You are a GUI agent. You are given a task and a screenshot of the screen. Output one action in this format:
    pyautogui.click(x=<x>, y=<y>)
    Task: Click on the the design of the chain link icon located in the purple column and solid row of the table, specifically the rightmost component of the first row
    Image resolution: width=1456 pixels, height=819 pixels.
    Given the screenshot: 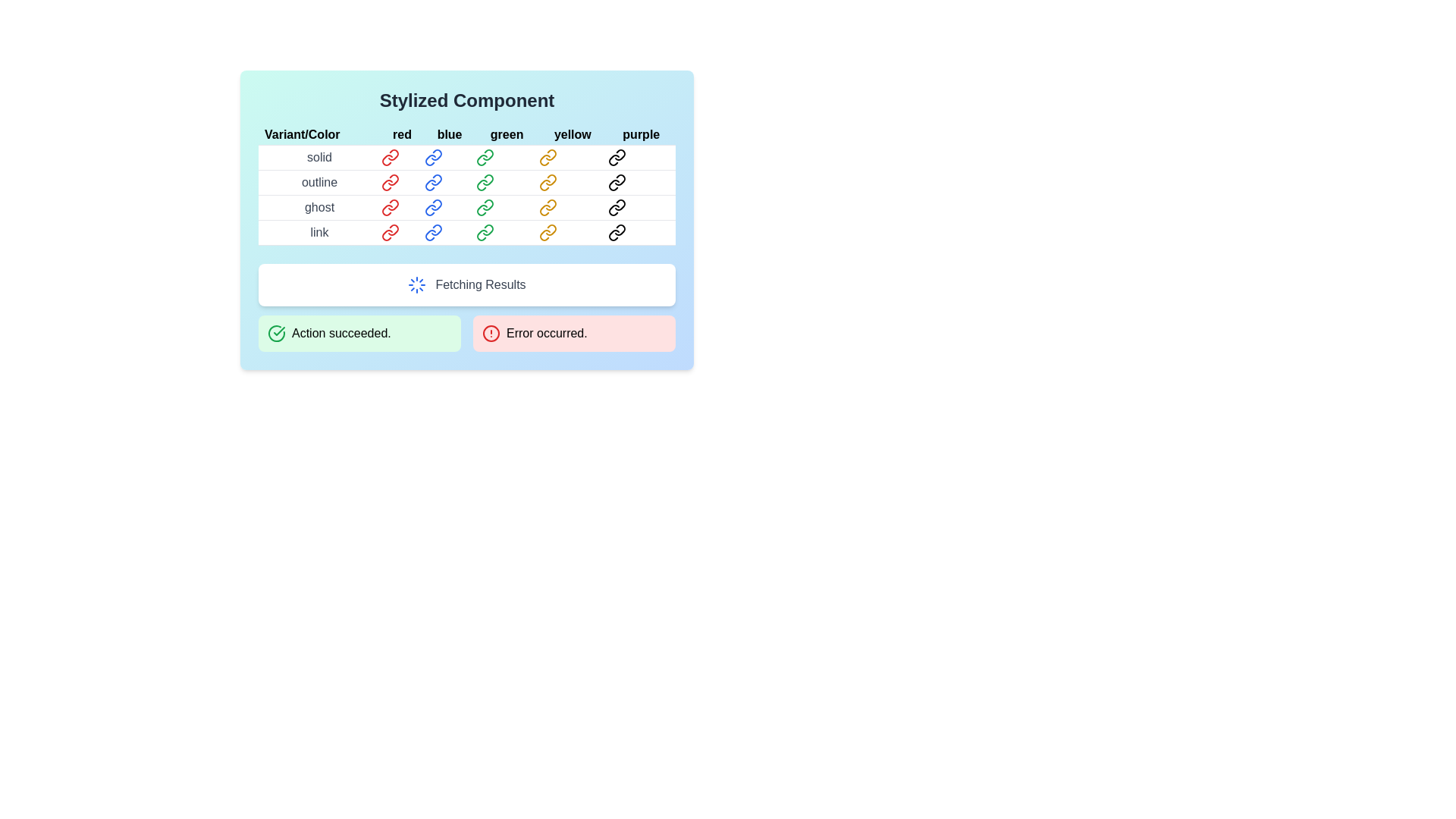 What is the action you would take?
    pyautogui.click(x=620, y=155)
    